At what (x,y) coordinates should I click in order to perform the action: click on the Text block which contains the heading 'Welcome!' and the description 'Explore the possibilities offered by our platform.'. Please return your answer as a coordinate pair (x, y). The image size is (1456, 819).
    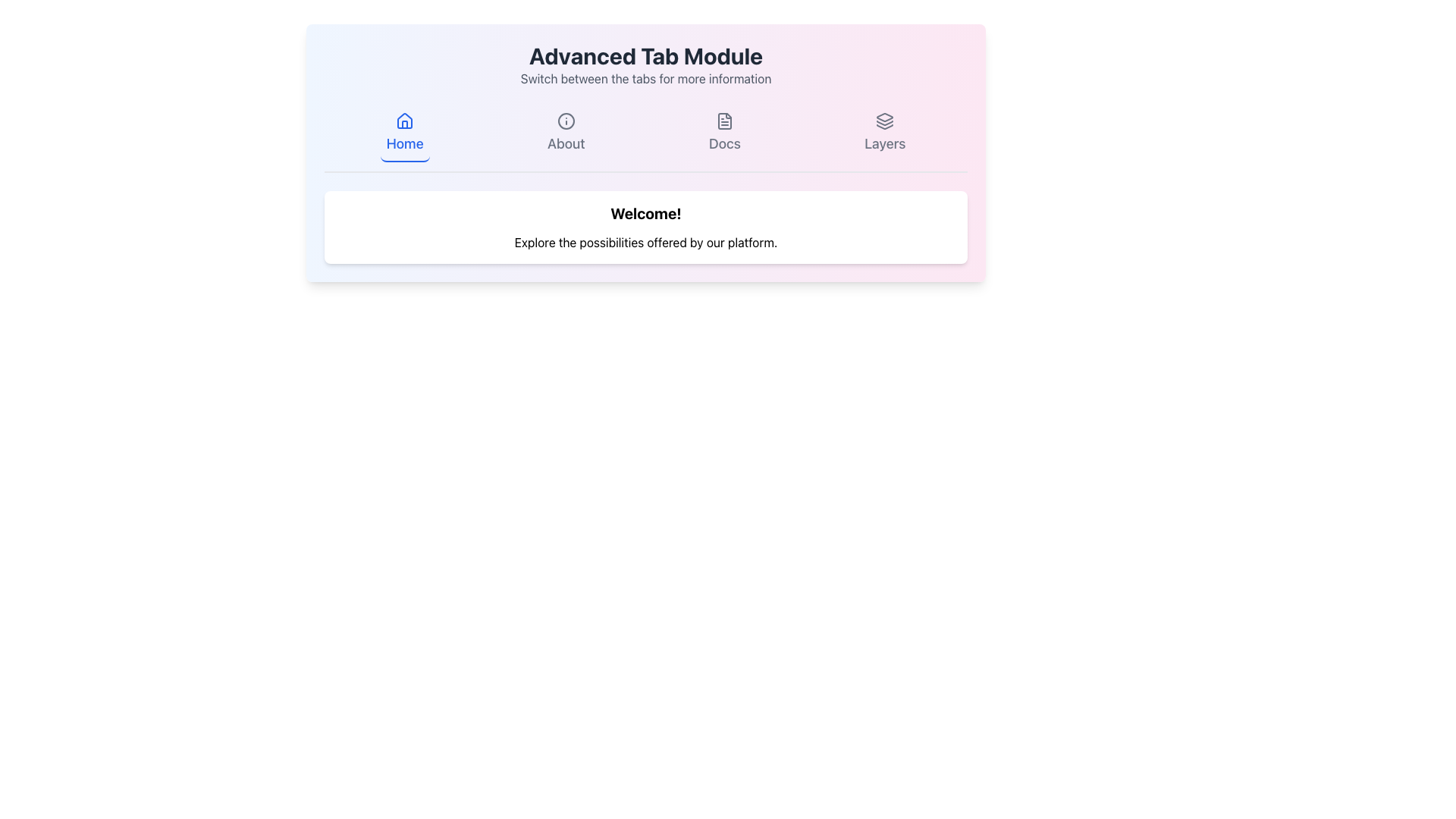
    Looking at the image, I should click on (645, 227).